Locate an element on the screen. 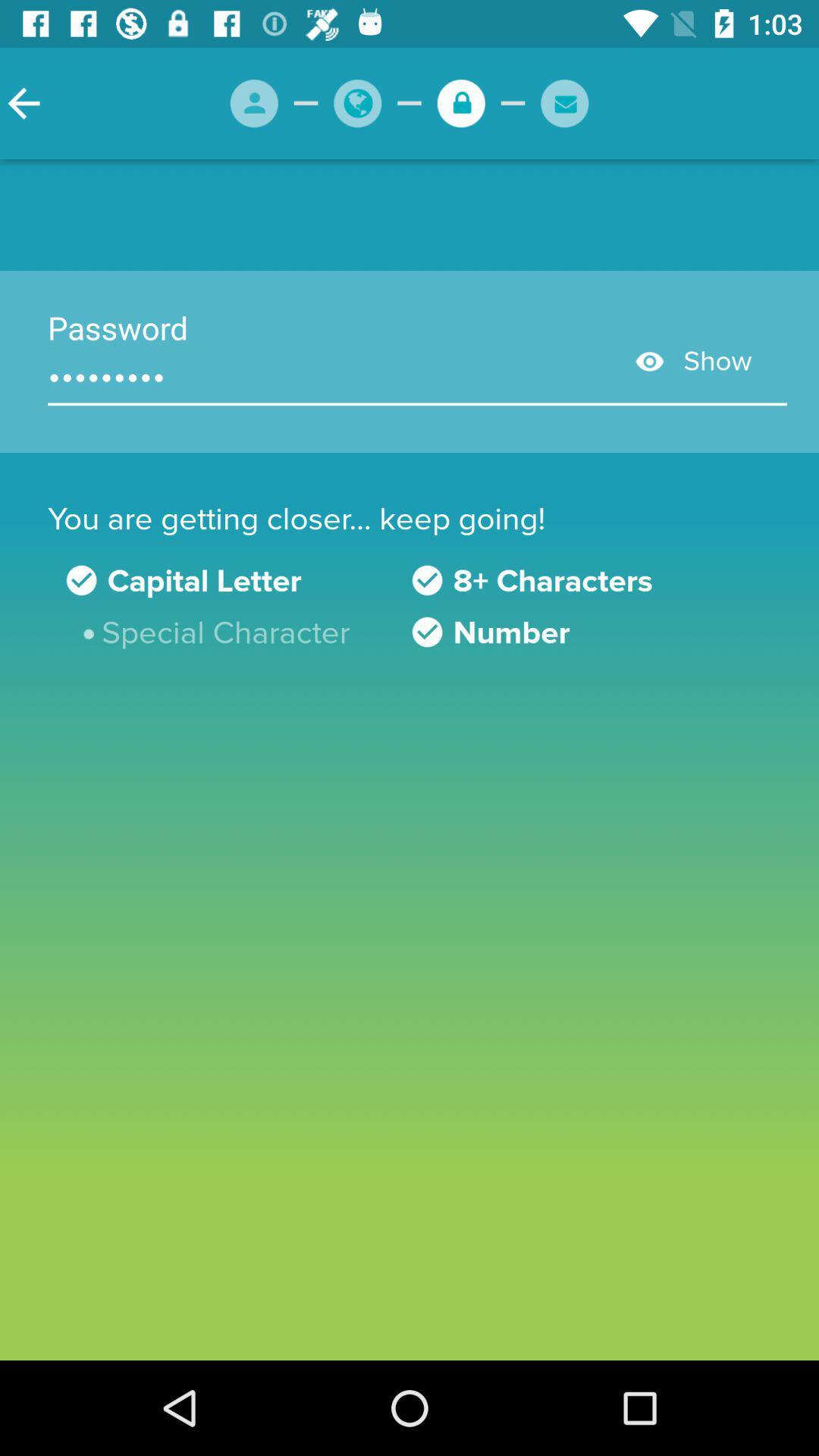 The image size is (819, 1456). previous is located at coordinates (24, 102).